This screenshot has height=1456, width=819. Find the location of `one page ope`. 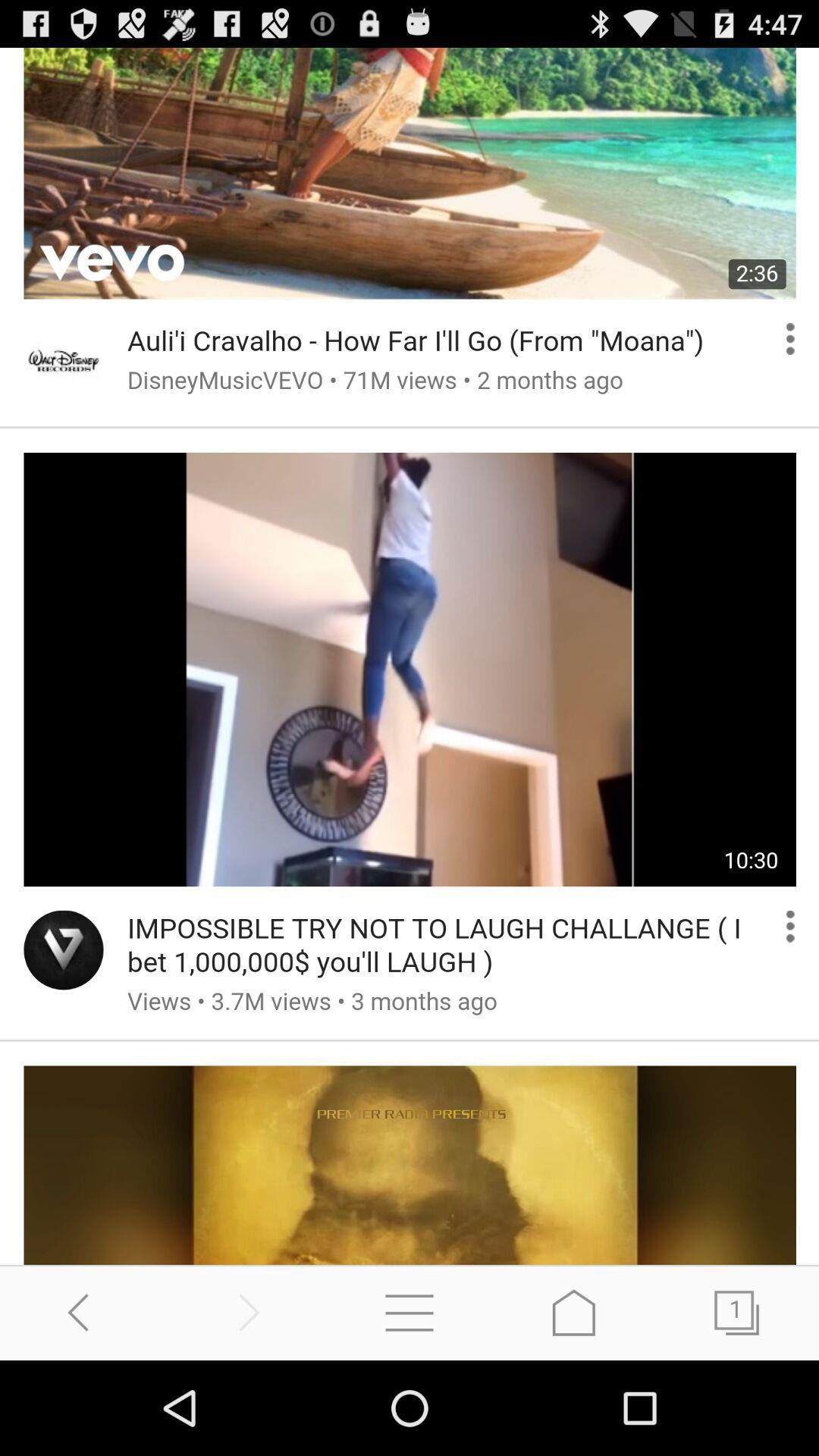

one page ope is located at coordinates (736, 1312).